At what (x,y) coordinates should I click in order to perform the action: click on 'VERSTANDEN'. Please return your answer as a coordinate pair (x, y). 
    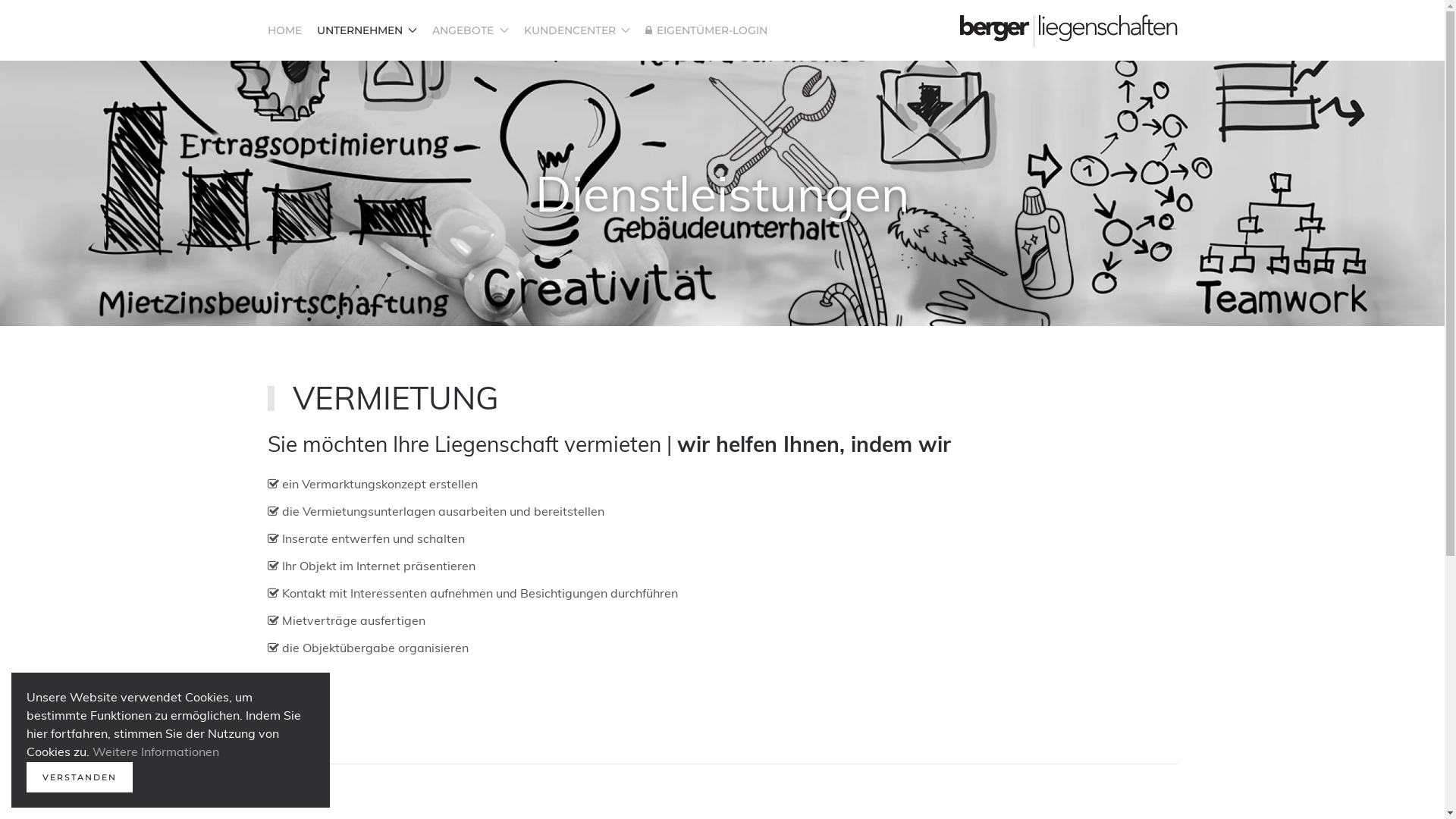
    Looking at the image, I should click on (79, 777).